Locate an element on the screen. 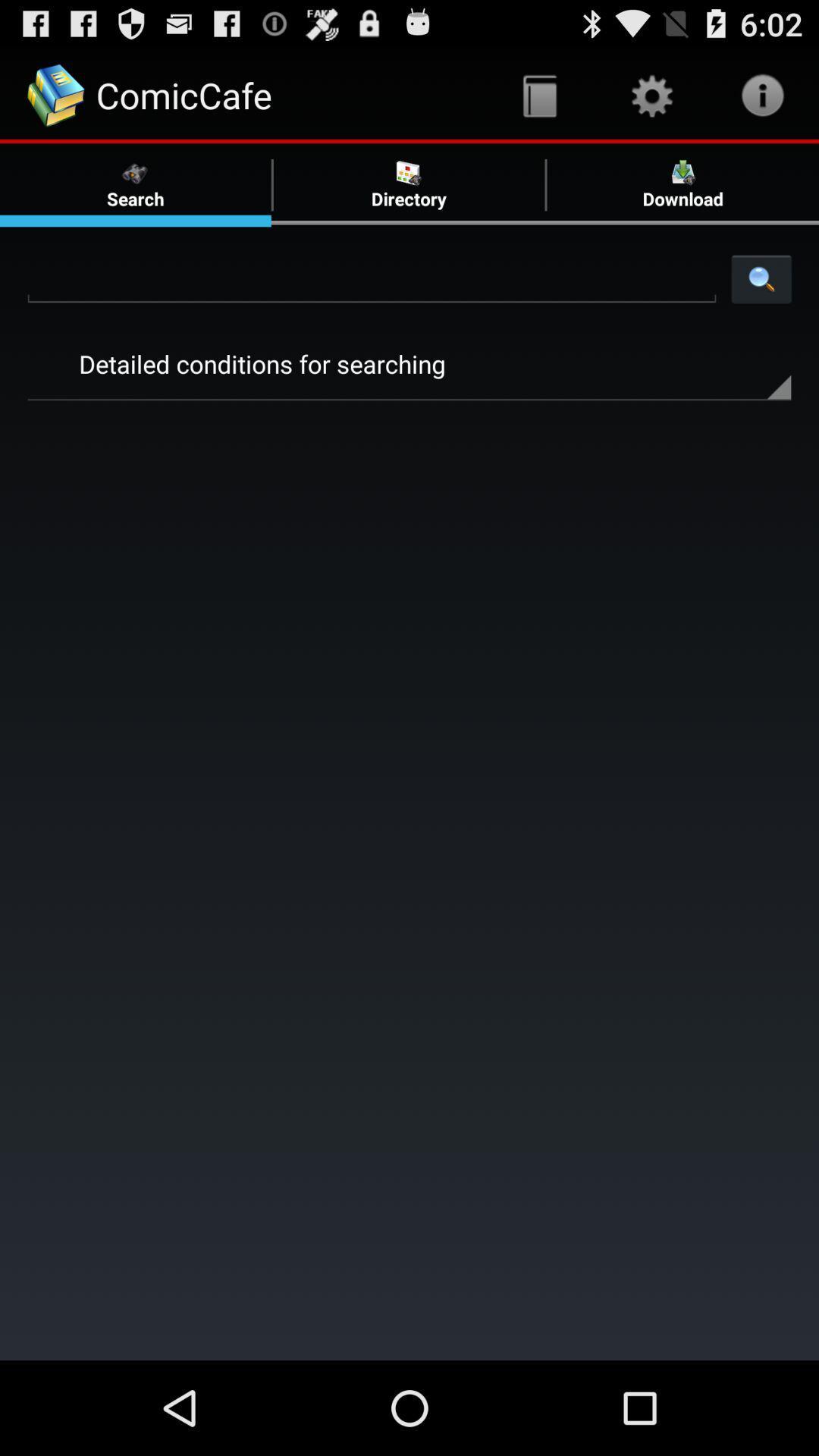 The image size is (819, 1456). search option is located at coordinates (372, 278).